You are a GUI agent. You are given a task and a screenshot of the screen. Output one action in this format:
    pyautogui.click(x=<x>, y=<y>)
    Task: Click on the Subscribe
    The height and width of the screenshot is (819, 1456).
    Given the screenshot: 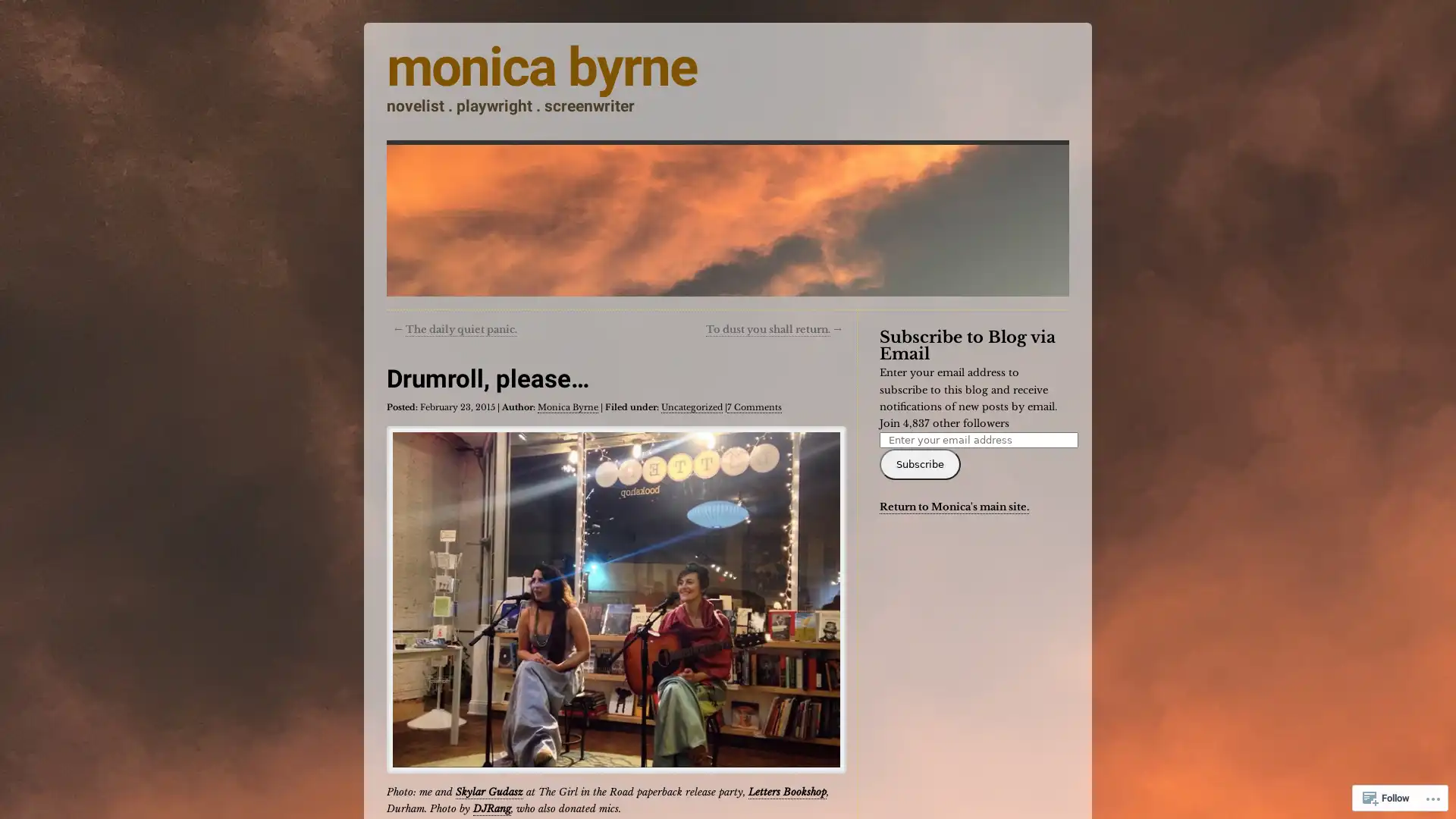 What is the action you would take?
    pyautogui.click(x=919, y=463)
    